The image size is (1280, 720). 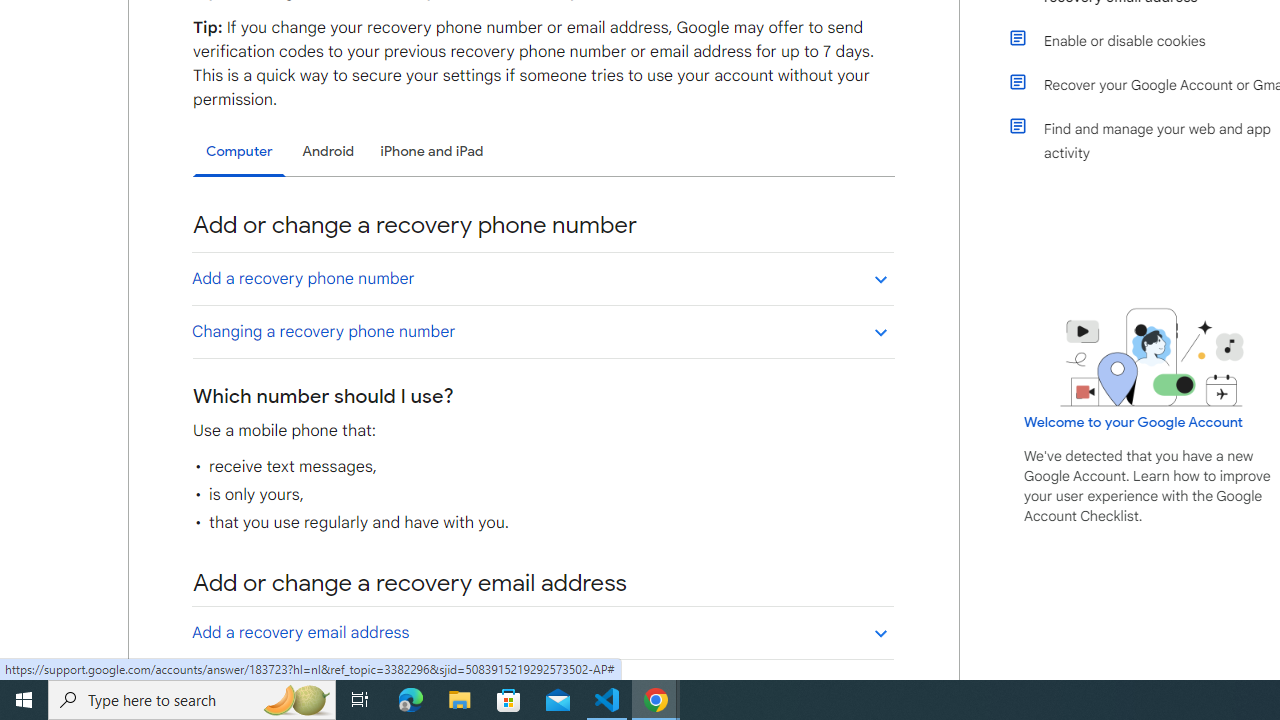 I want to click on 'Learning Center home page image', so click(x=1152, y=356).